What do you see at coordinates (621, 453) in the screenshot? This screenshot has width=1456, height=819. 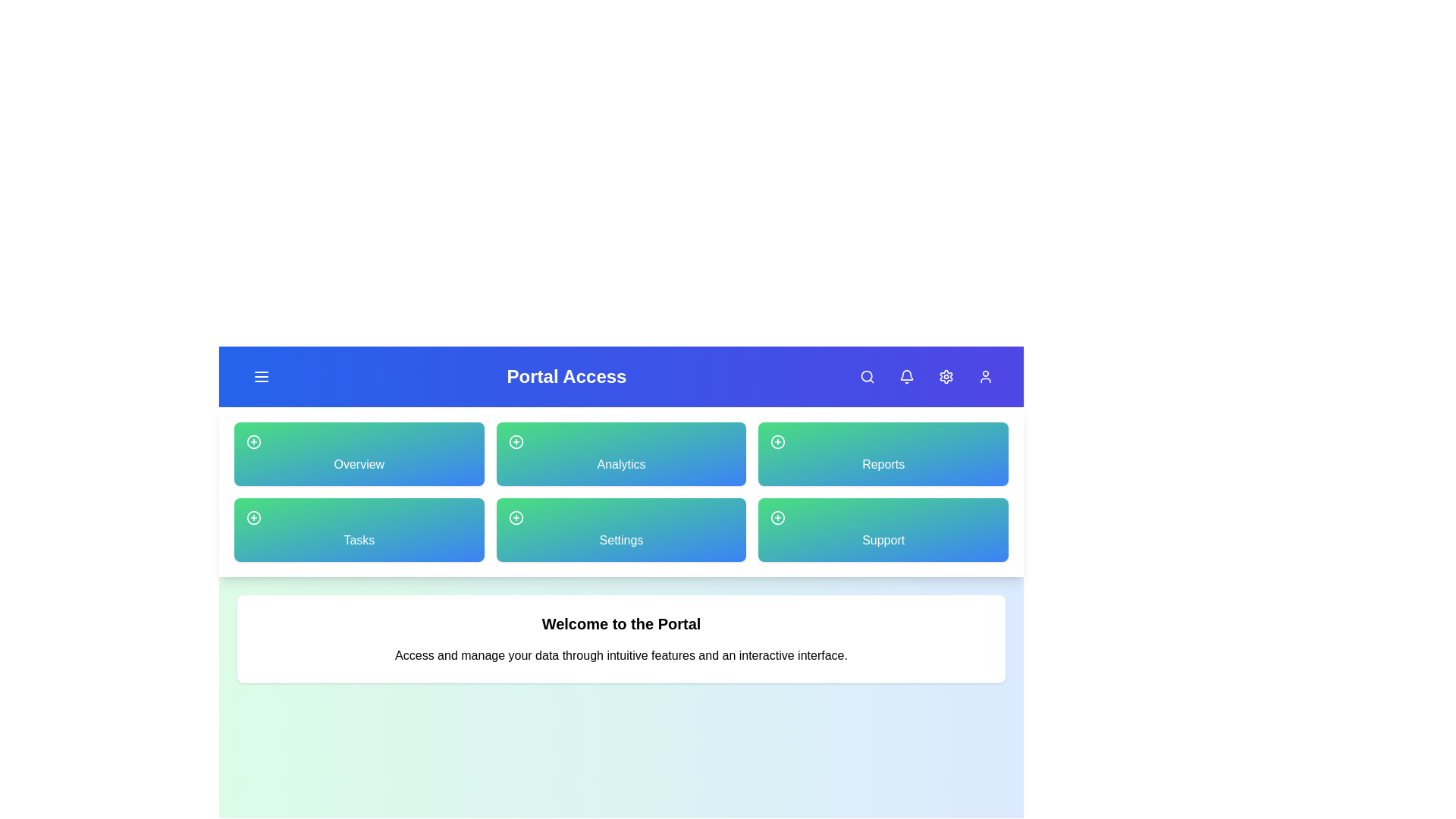 I see `the 'Analytics' card` at bounding box center [621, 453].